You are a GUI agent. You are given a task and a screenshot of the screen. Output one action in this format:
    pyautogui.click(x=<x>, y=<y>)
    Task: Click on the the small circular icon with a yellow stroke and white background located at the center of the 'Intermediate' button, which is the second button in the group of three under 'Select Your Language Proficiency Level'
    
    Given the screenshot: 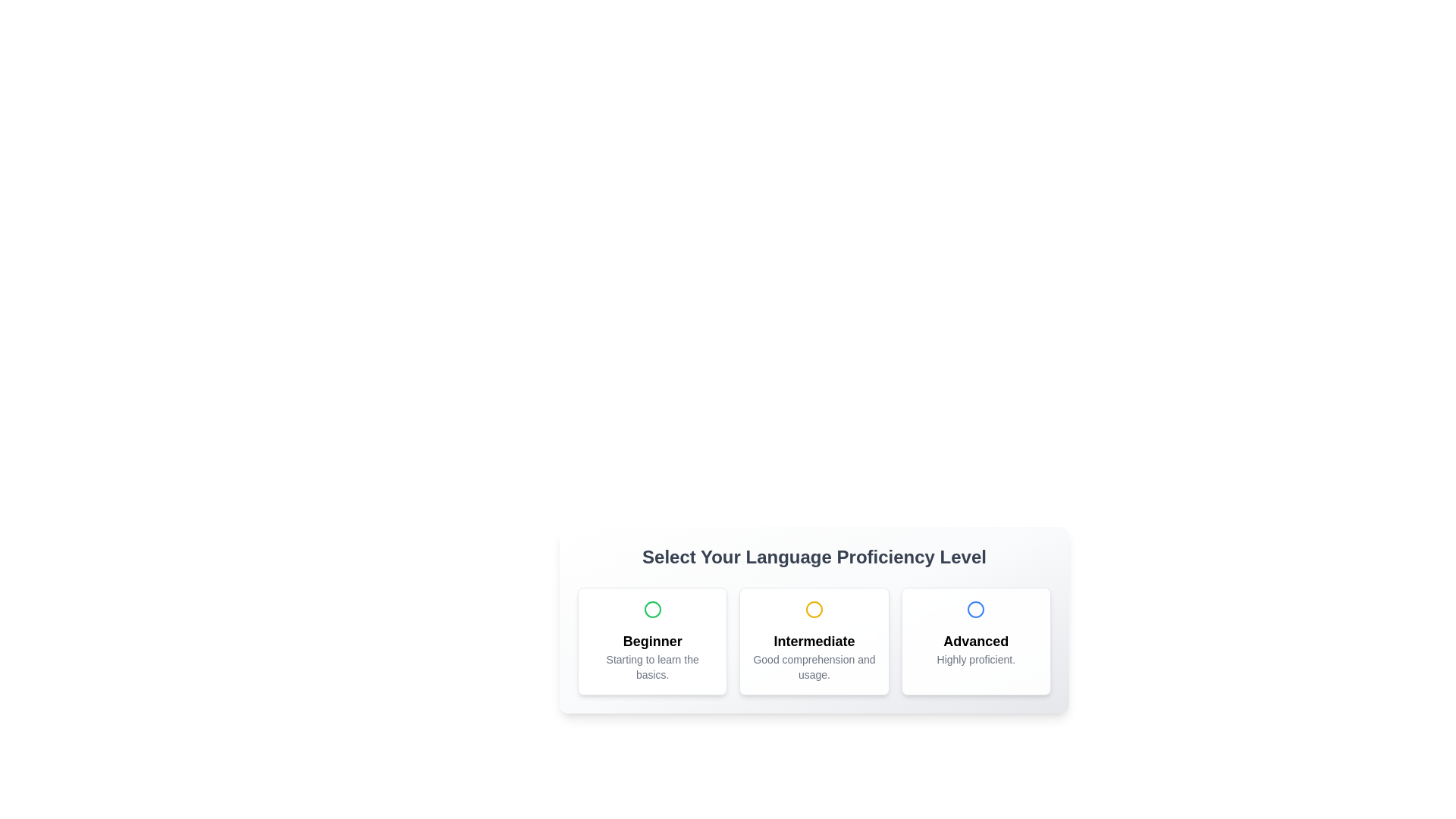 What is the action you would take?
    pyautogui.click(x=814, y=608)
    